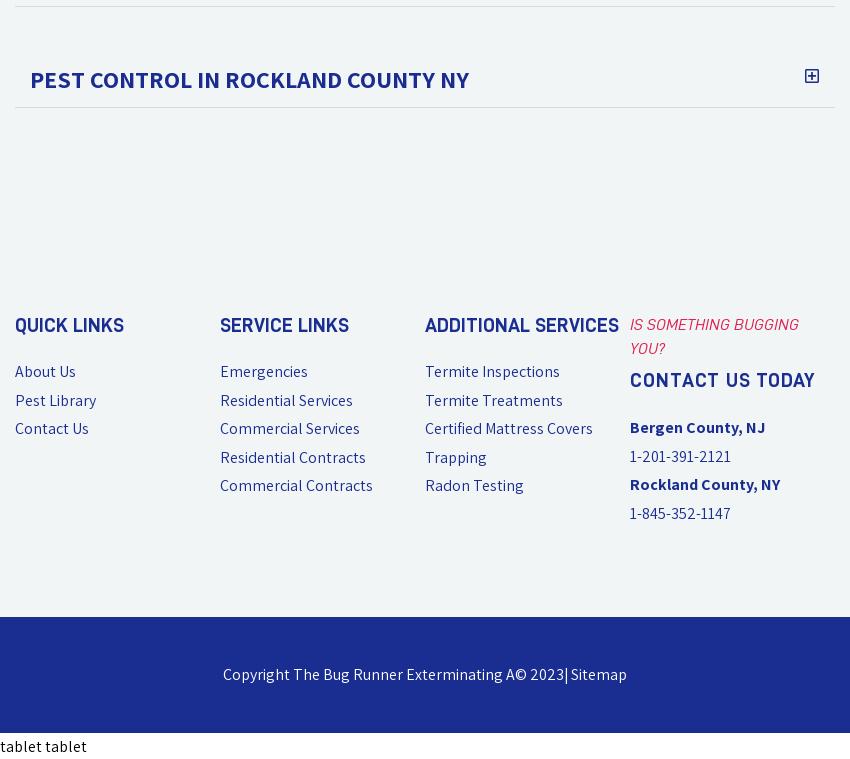 This screenshot has width=850, height=759. Describe the element at coordinates (425, 324) in the screenshot. I see `'Additional Services'` at that location.